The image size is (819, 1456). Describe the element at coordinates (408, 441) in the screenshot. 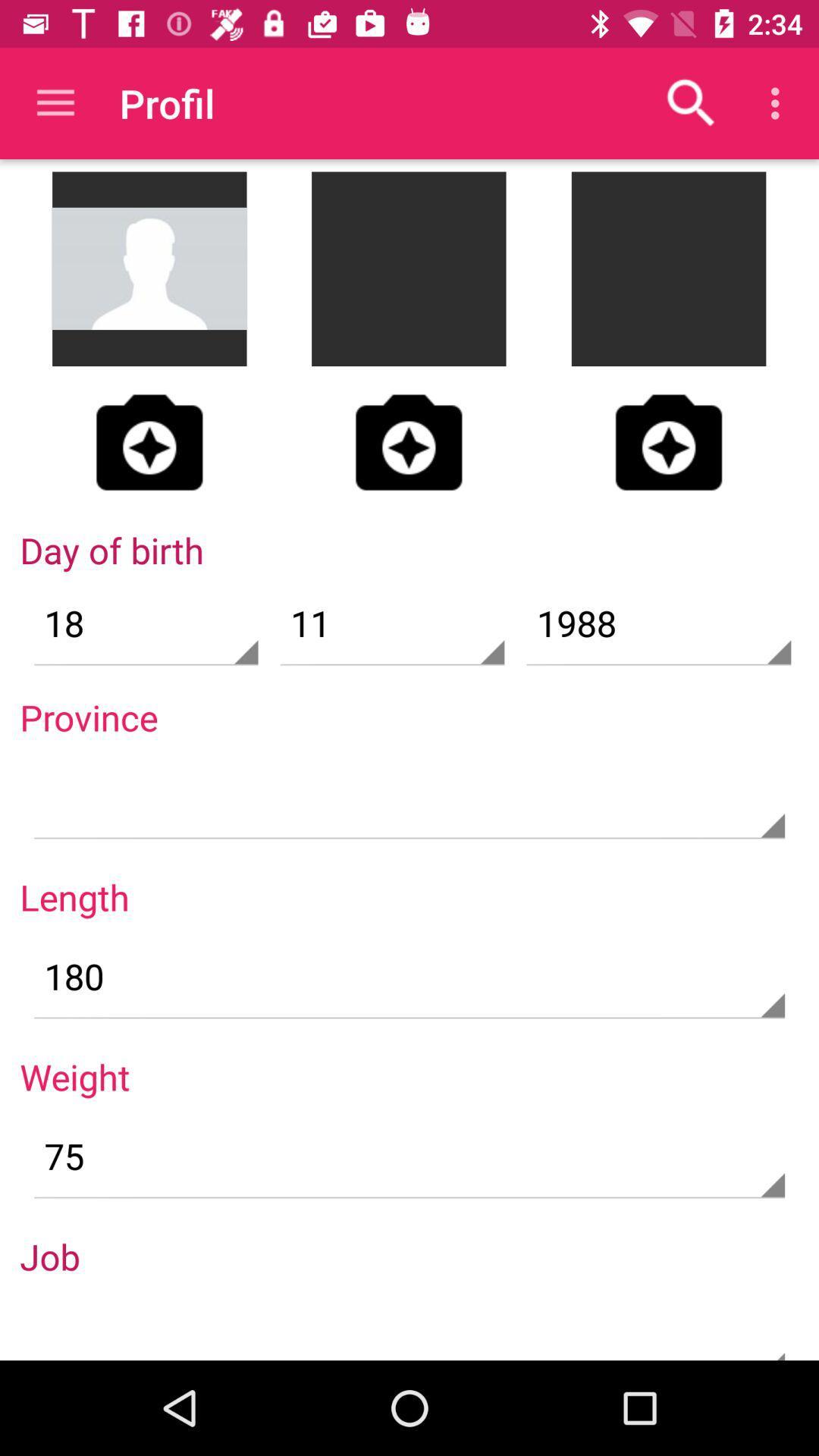

I see `upload photo` at that location.